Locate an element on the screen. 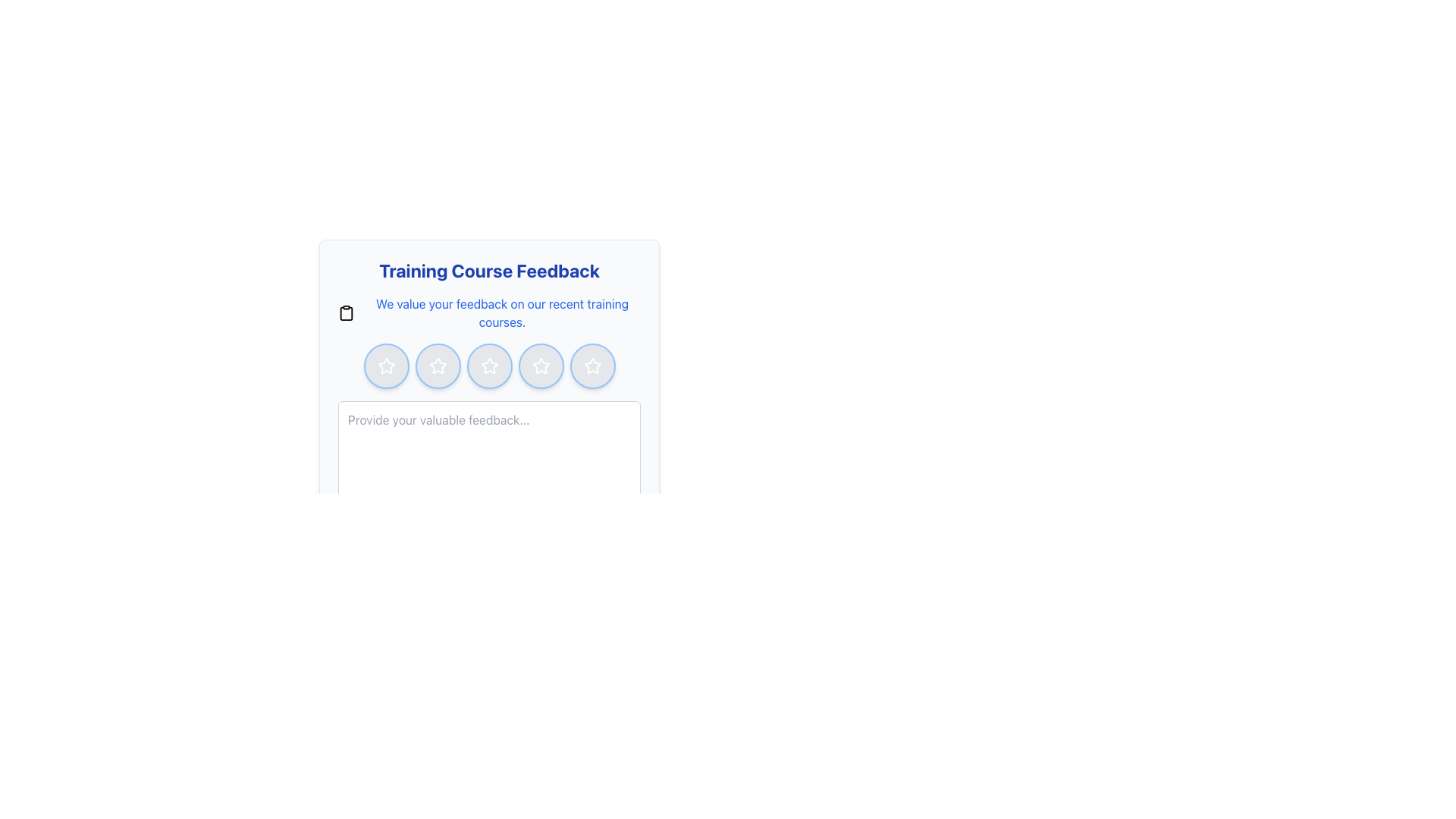 This screenshot has width=1456, height=819. the clipboard icon located at the top left of the feedback panel, which is part of an icon group and positioned above the 'Training Course Feedback' text is located at coordinates (345, 312).